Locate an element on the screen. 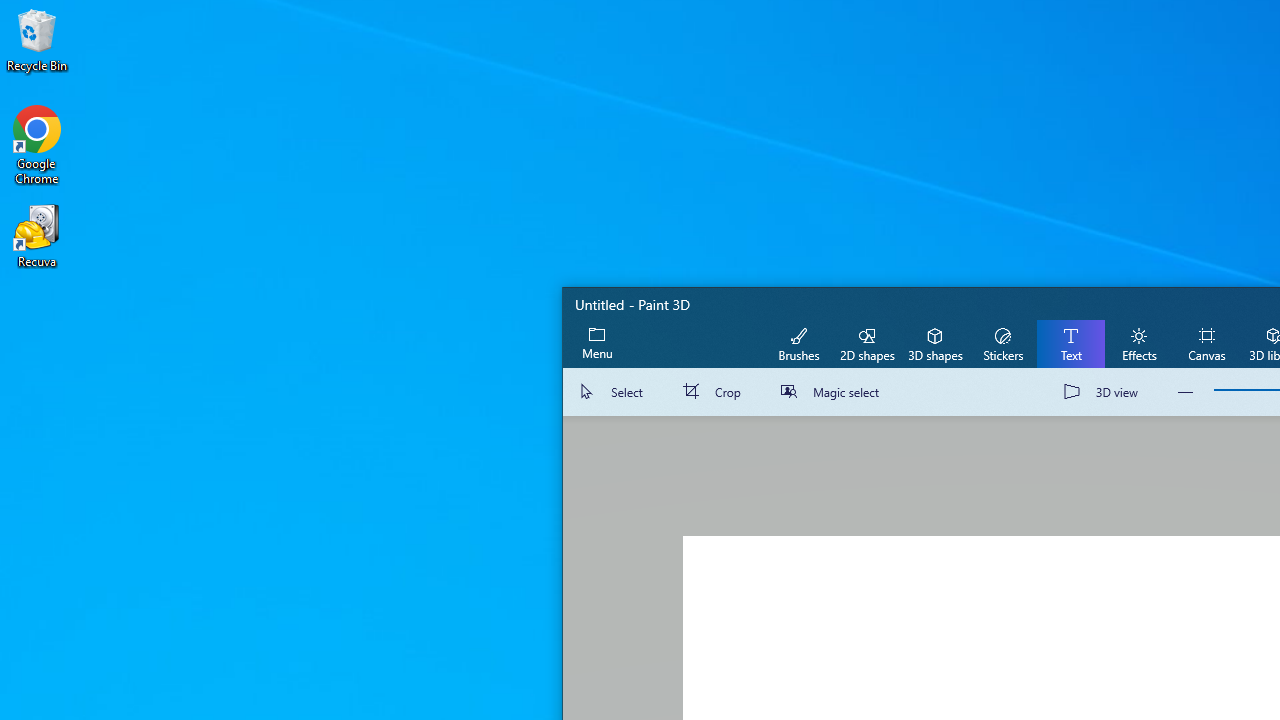 This screenshot has width=1280, height=720. 'Magic select' is located at coordinates (833, 392).